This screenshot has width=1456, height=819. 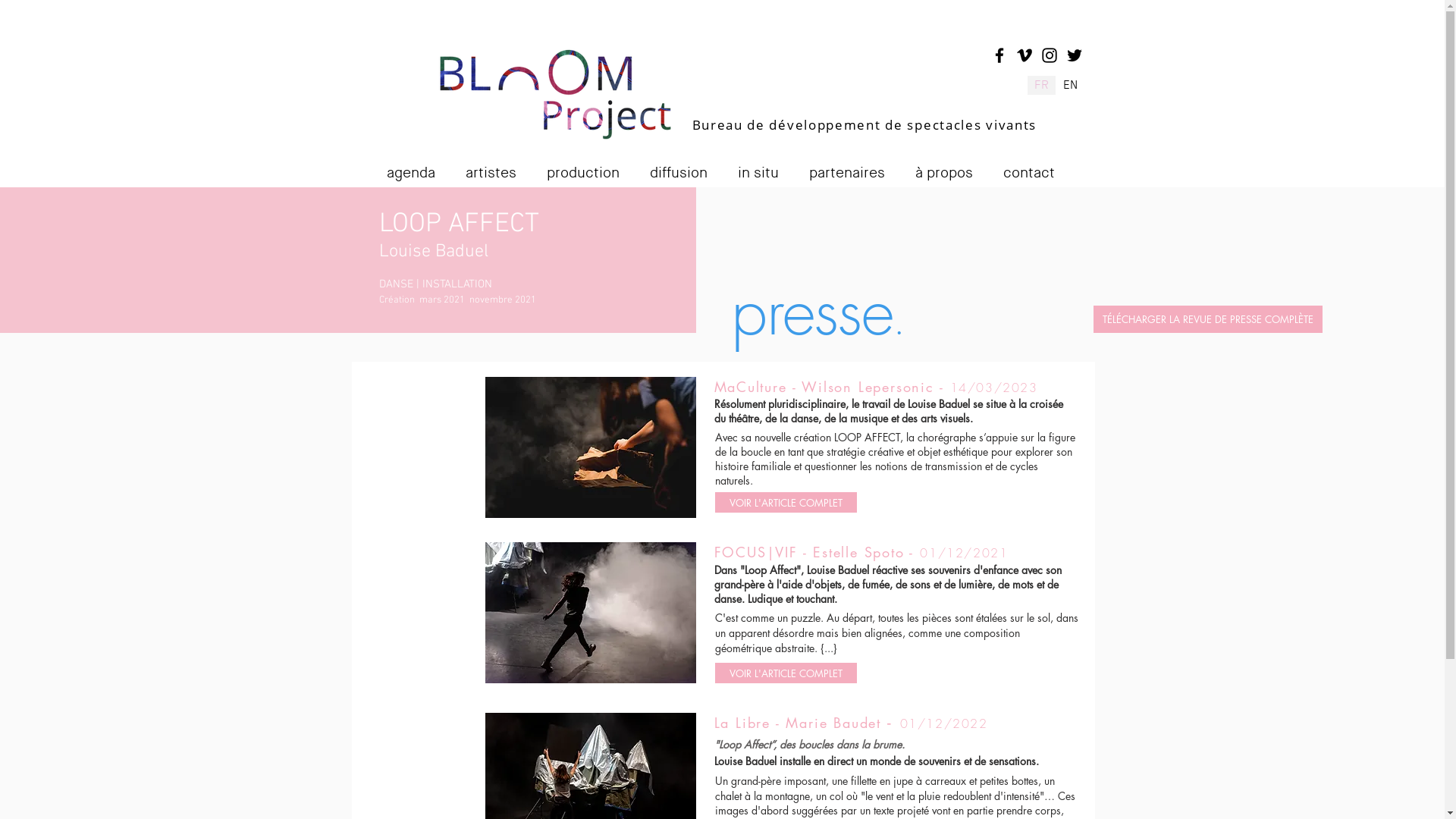 What do you see at coordinates (590, 166) in the screenshot?
I see `'production'` at bounding box center [590, 166].